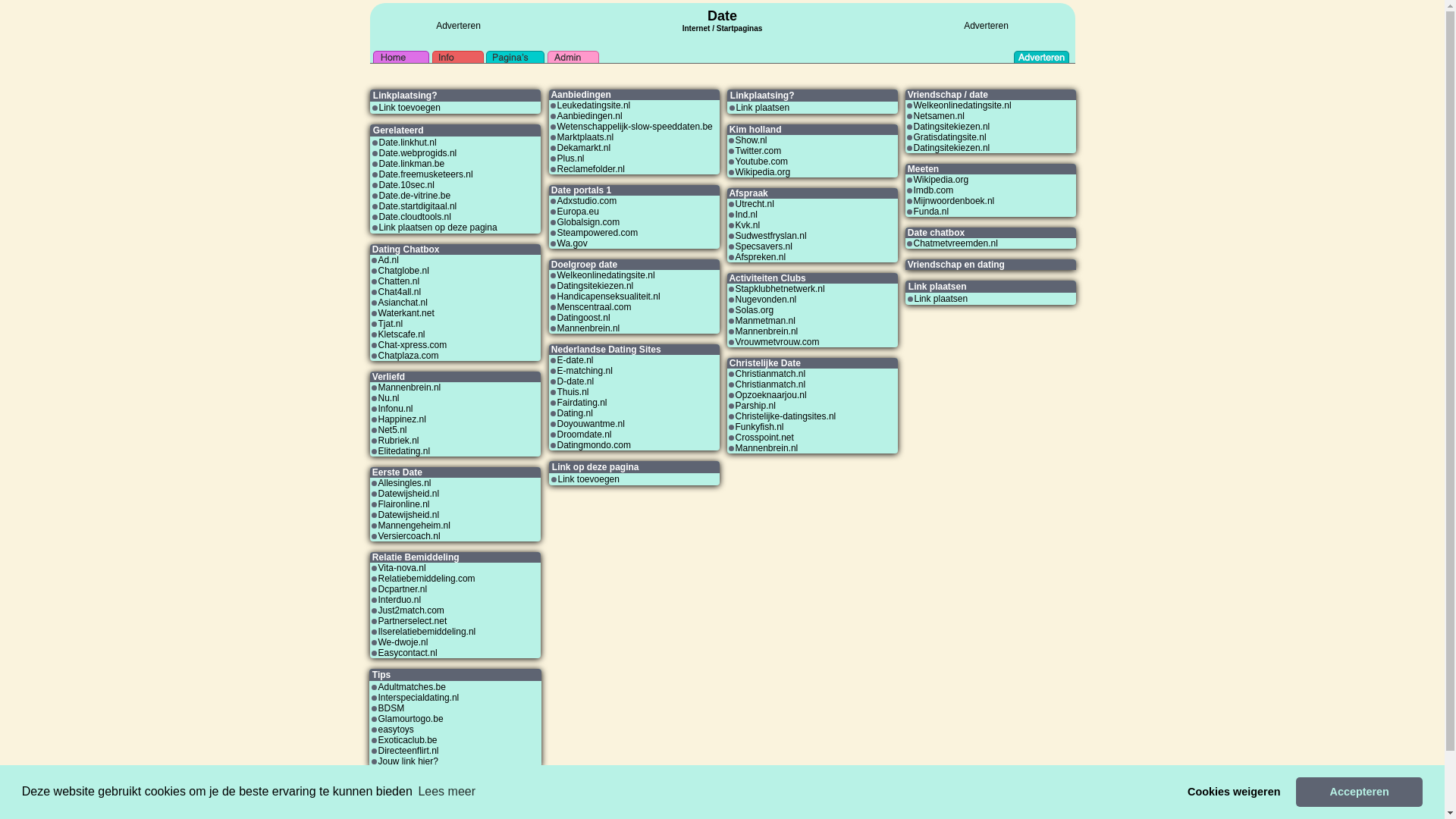  I want to click on 'Wa.gov', so click(570, 242).